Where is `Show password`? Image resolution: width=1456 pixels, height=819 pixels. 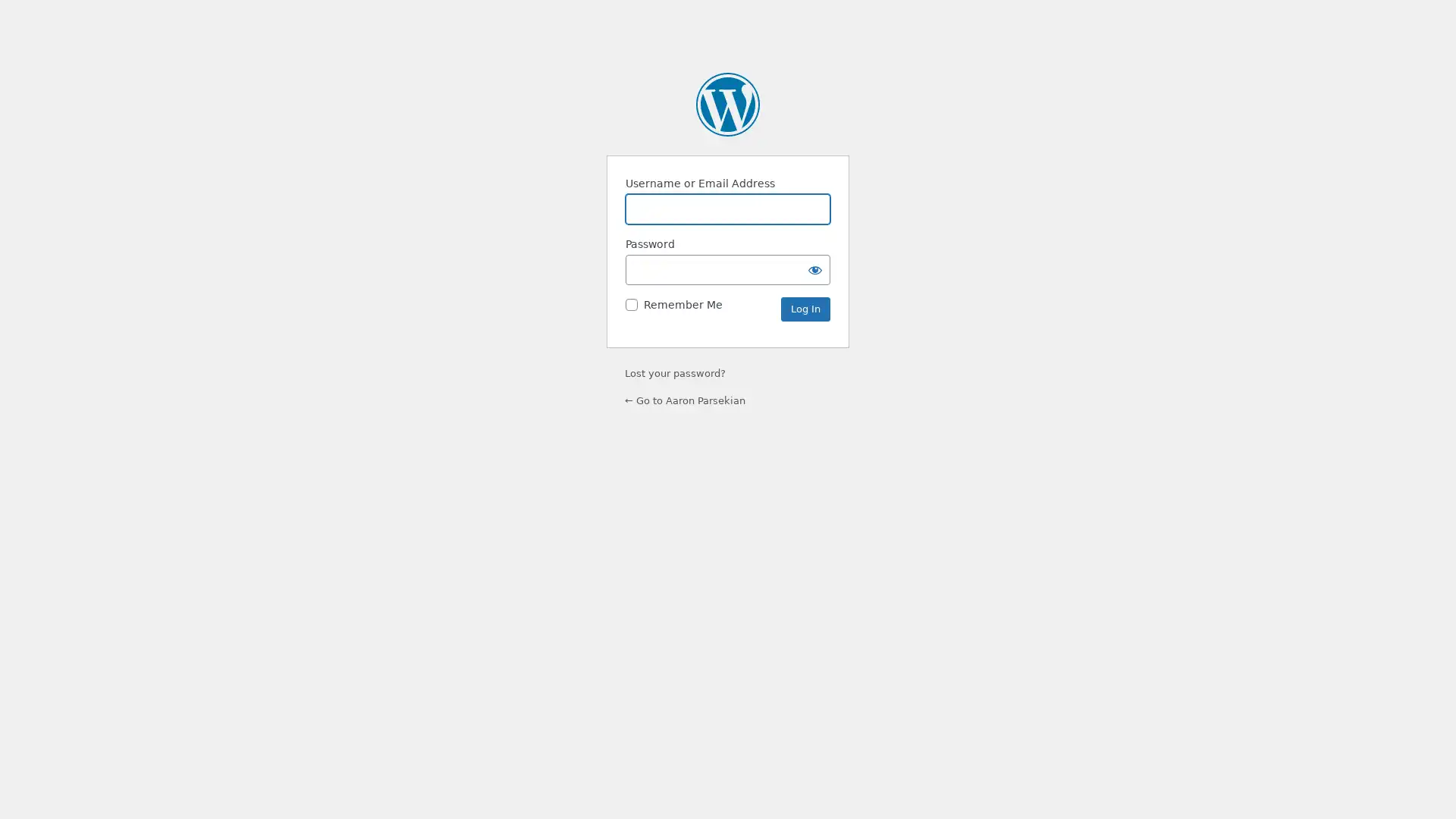 Show password is located at coordinates (814, 268).